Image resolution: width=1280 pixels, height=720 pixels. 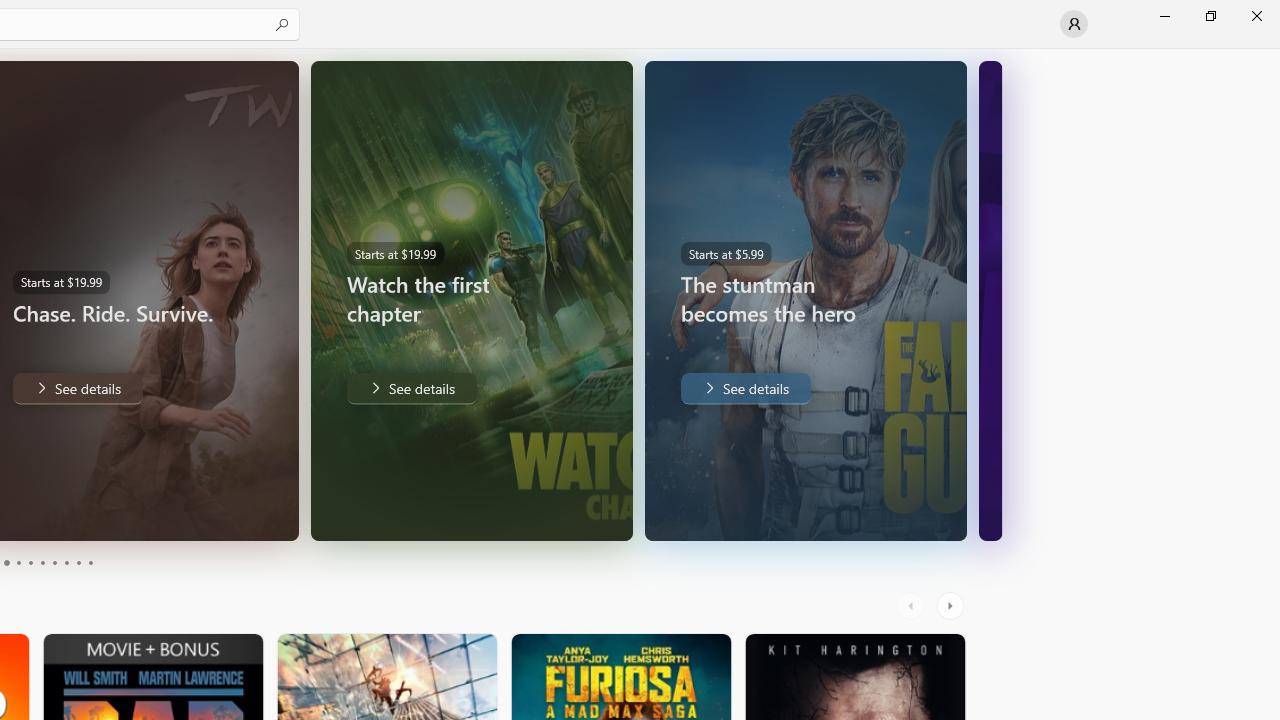 I want to click on 'Page 4', so click(x=17, y=563).